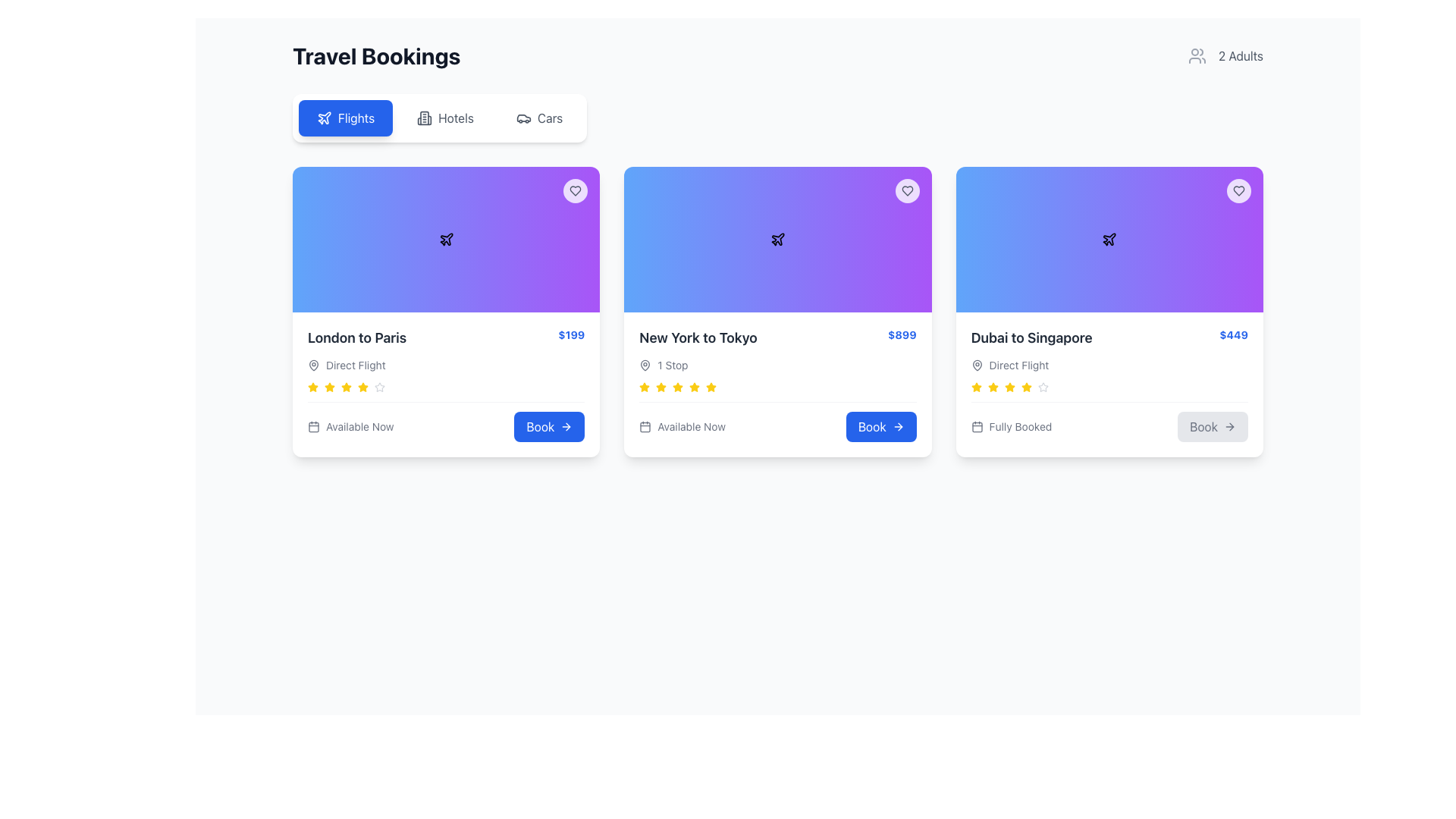 Image resolution: width=1456 pixels, height=819 pixels. What do you see at coordinates (1109, 239) in the screenshot?
I see `the decorative plane icon located in the upper section of the 'Dubai to Singapore' travel booking card` at bounding box center [1109, 239].